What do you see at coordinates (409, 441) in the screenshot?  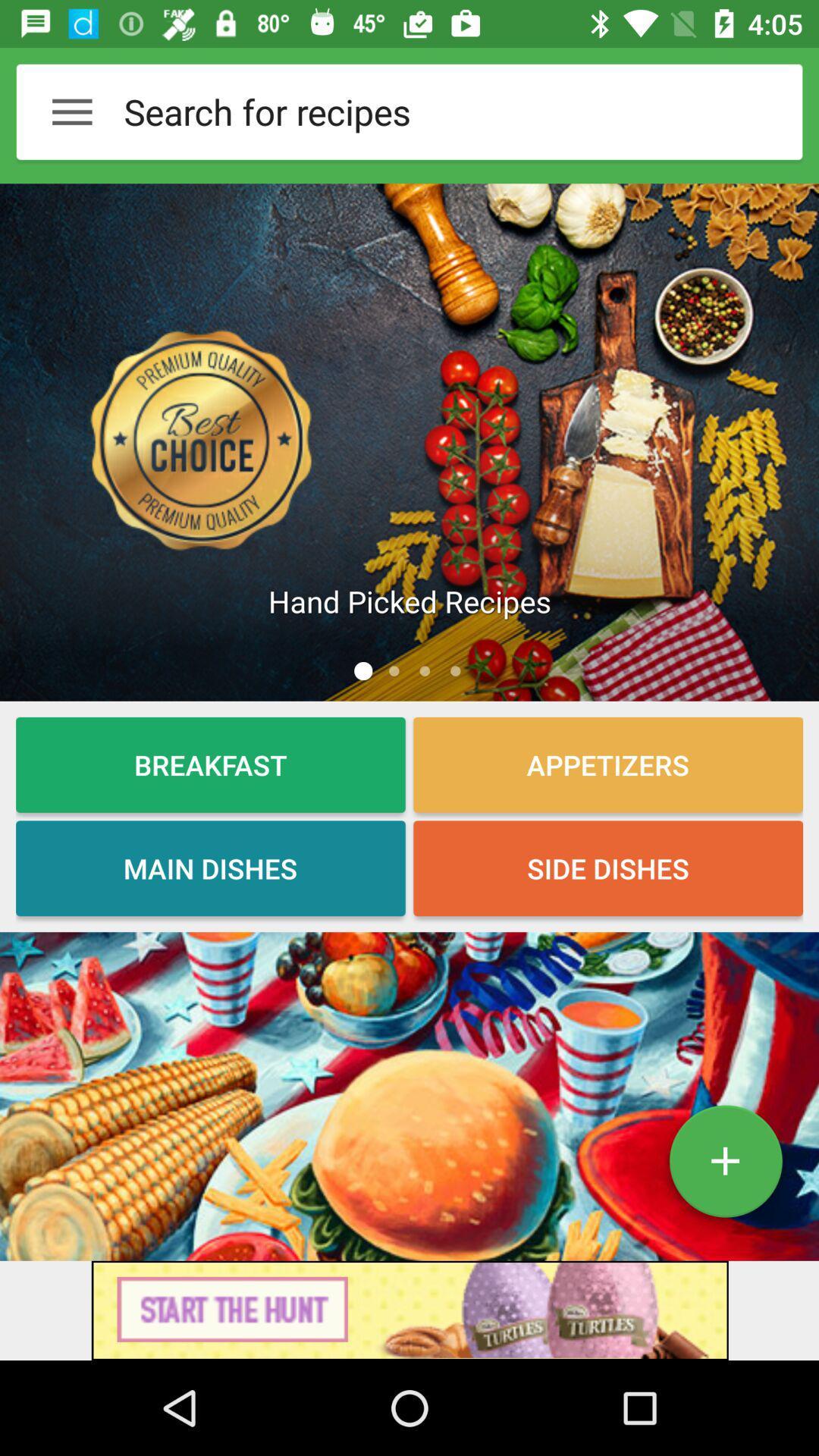 I see `searches 'best choice recipes` at bounding box center [409, 441].